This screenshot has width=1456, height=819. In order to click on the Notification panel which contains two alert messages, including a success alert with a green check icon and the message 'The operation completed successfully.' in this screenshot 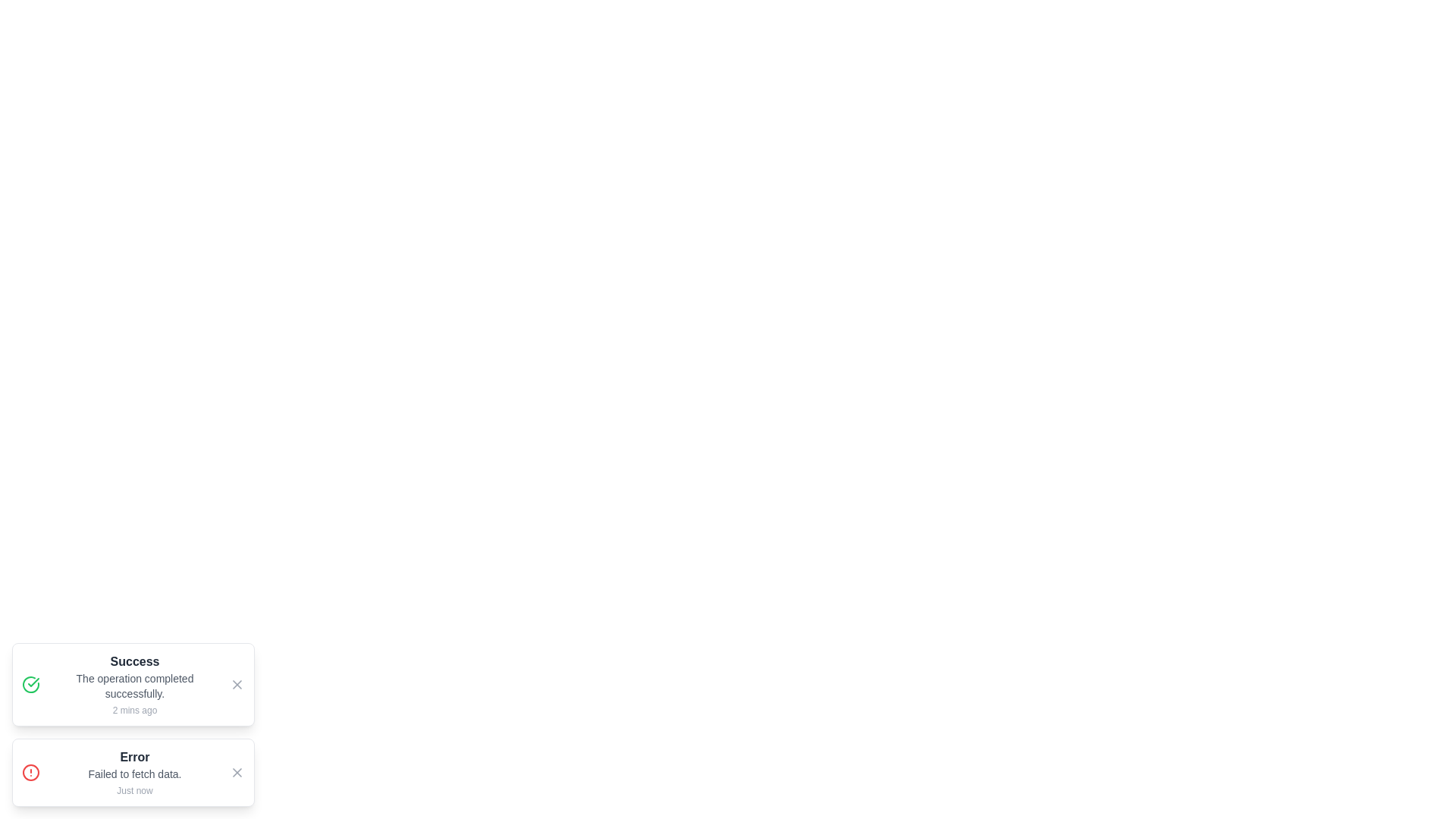, I will do `click(133, 724)`.